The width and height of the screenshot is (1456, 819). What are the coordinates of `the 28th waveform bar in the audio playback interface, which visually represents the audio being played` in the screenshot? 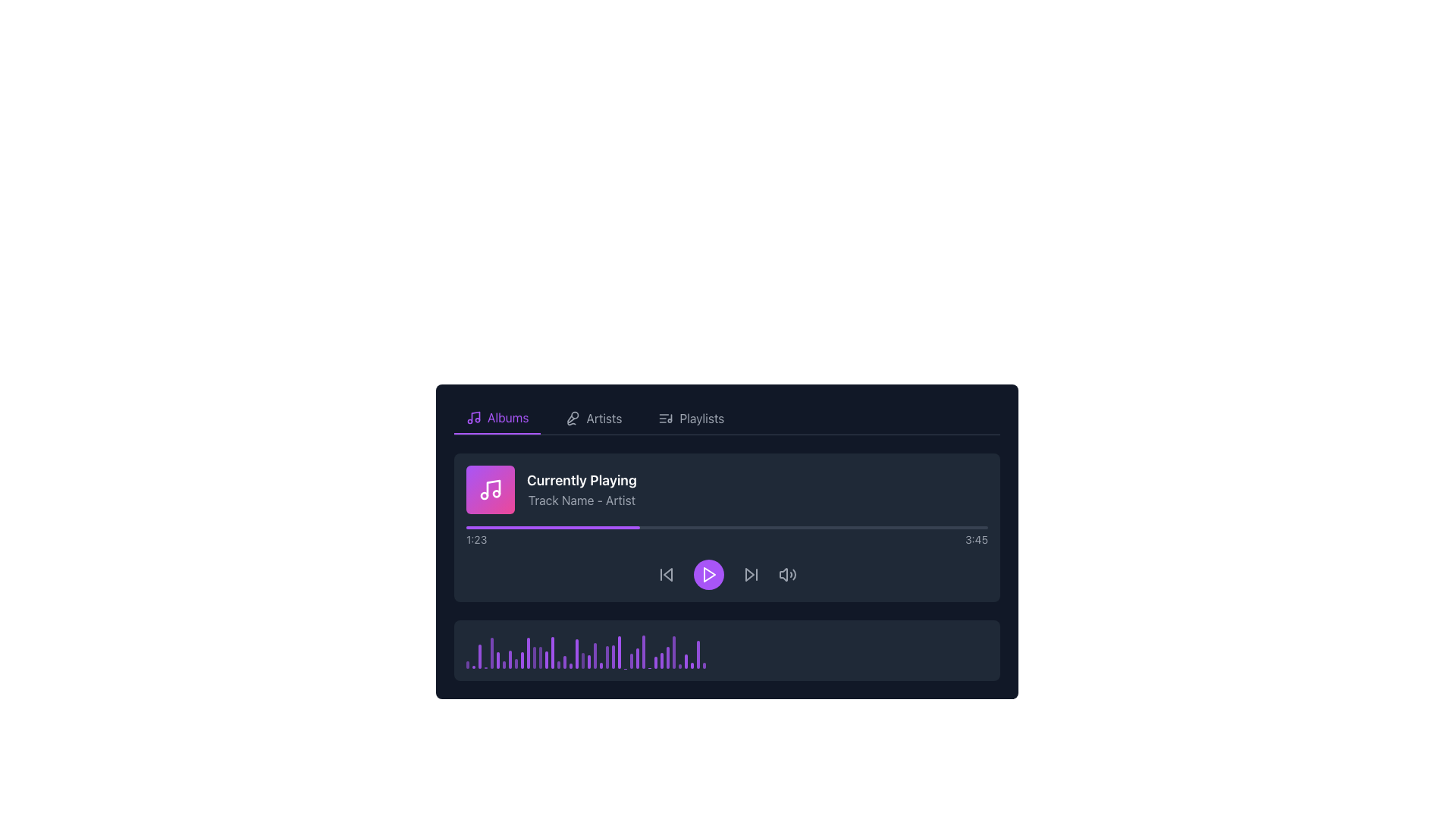 It's located at (632, 660).